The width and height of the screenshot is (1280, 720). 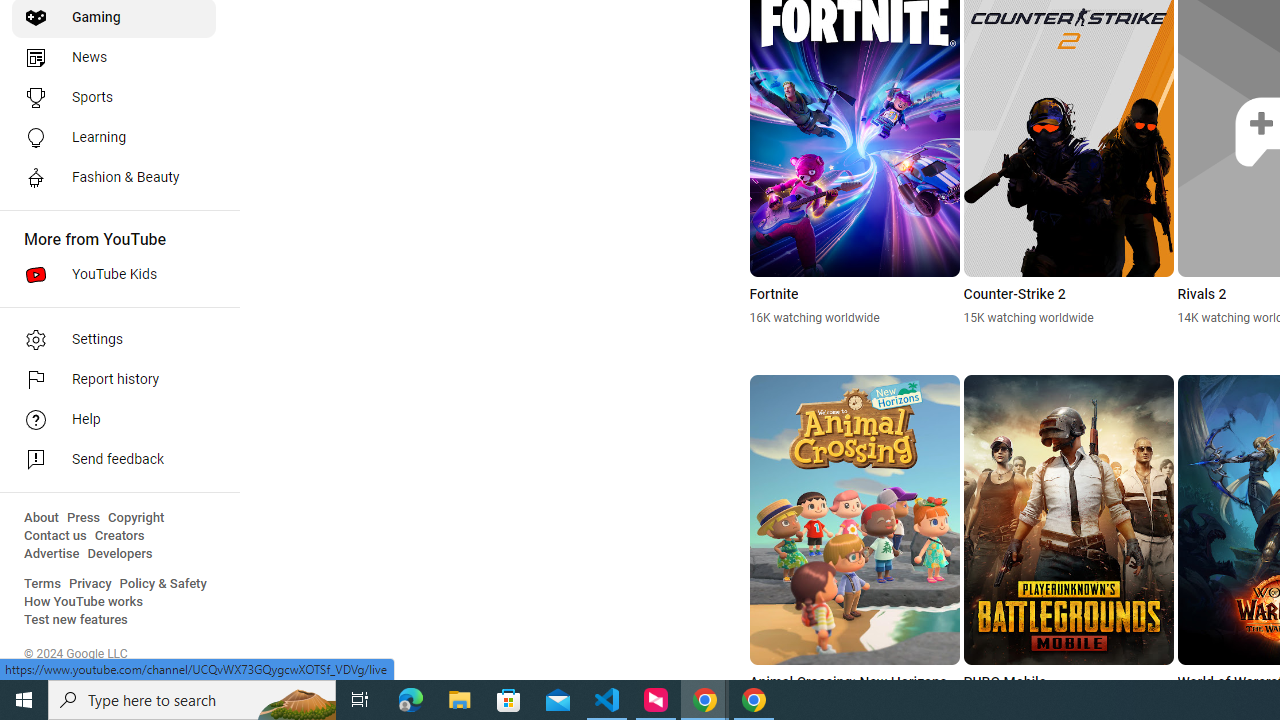 What do you see at coordinates (112, 176) in the screenshot?
I see `'Fashion & Beauty'` at bounding box center [112, 176].